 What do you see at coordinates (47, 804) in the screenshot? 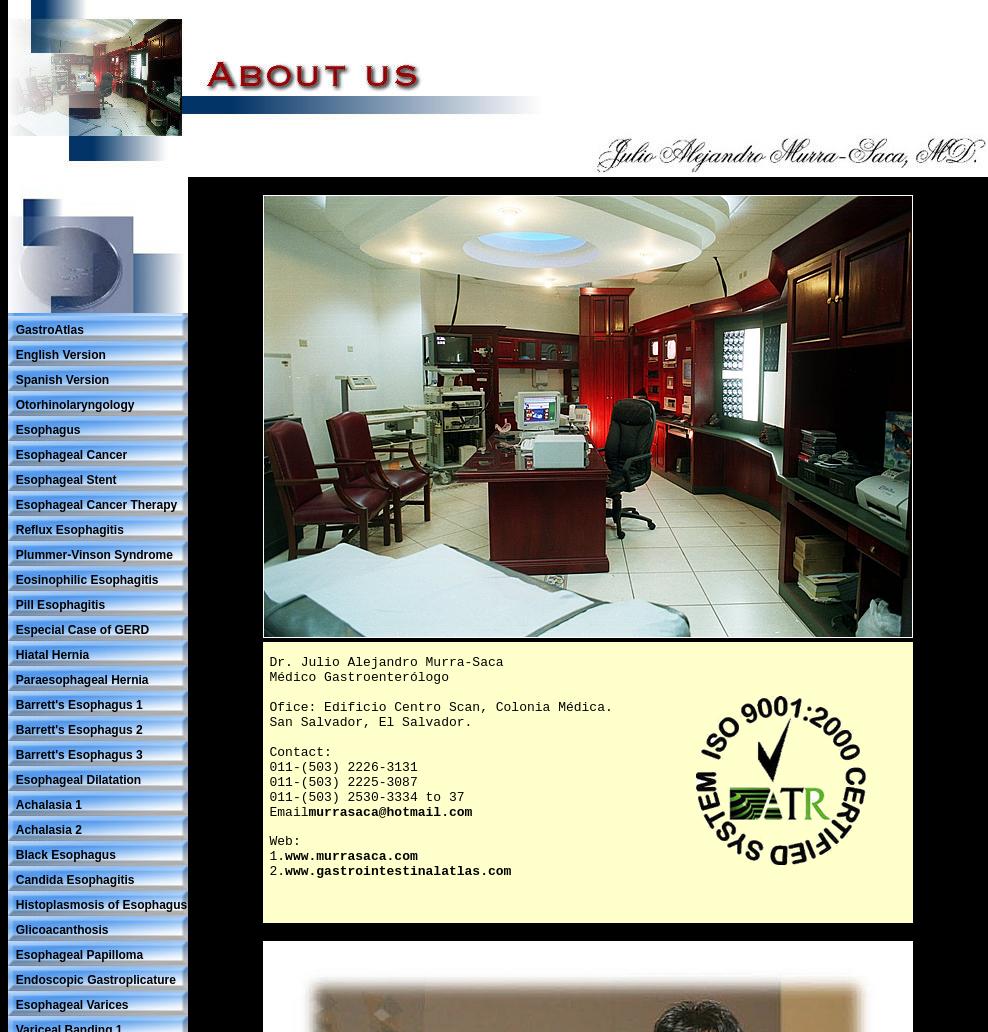
I see `'Achalasia 1'` at bounding box center [47, 804].